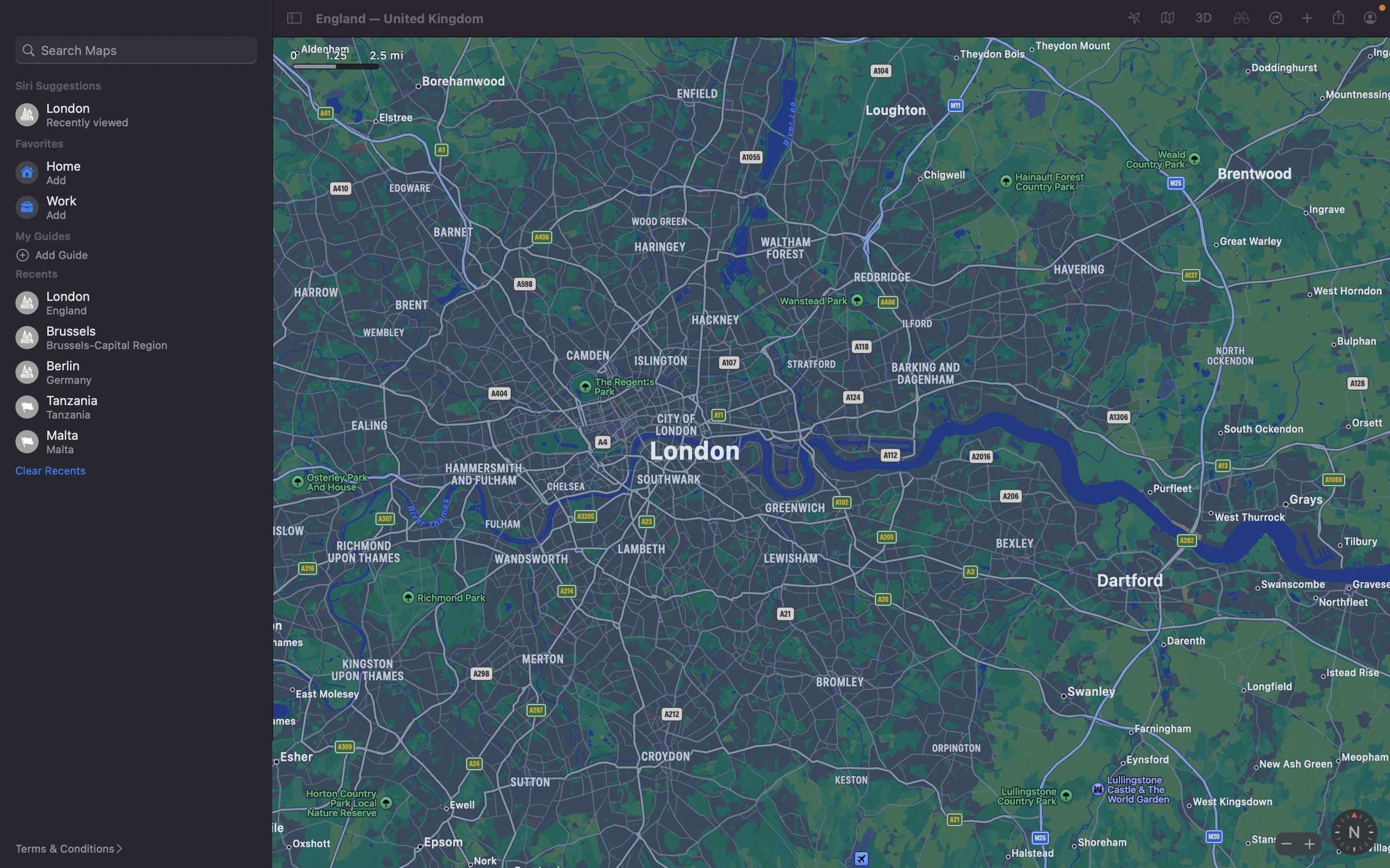  What do you see at coordinates (1134, 18) in the screenshot?
I see `Show your current location on the map` at bounding box center [1134, 18].